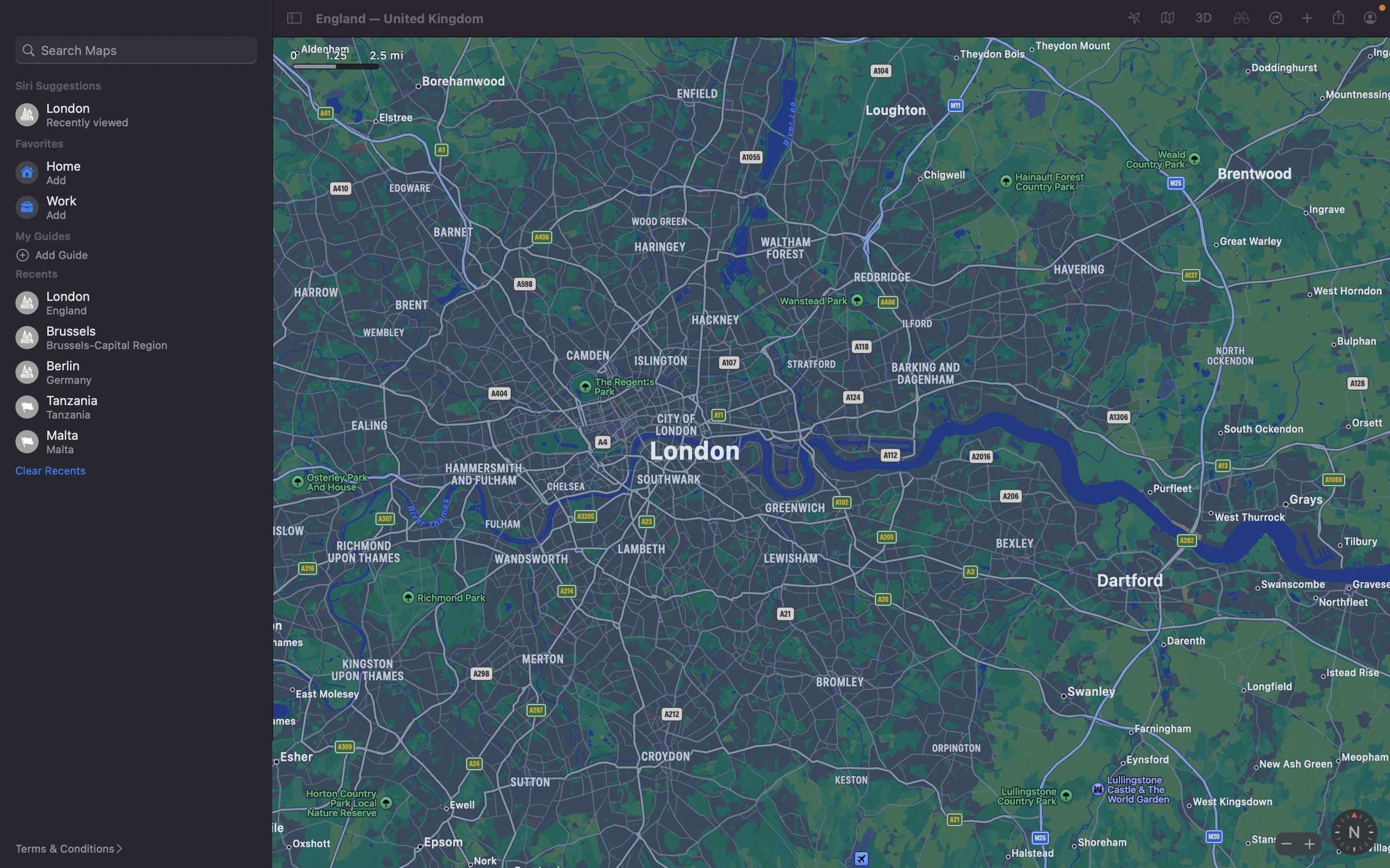  What do you see at coordinates (1134, 18) in the screenshot?
I see `Show your current location on the map` at bounding box center [1134, 18].